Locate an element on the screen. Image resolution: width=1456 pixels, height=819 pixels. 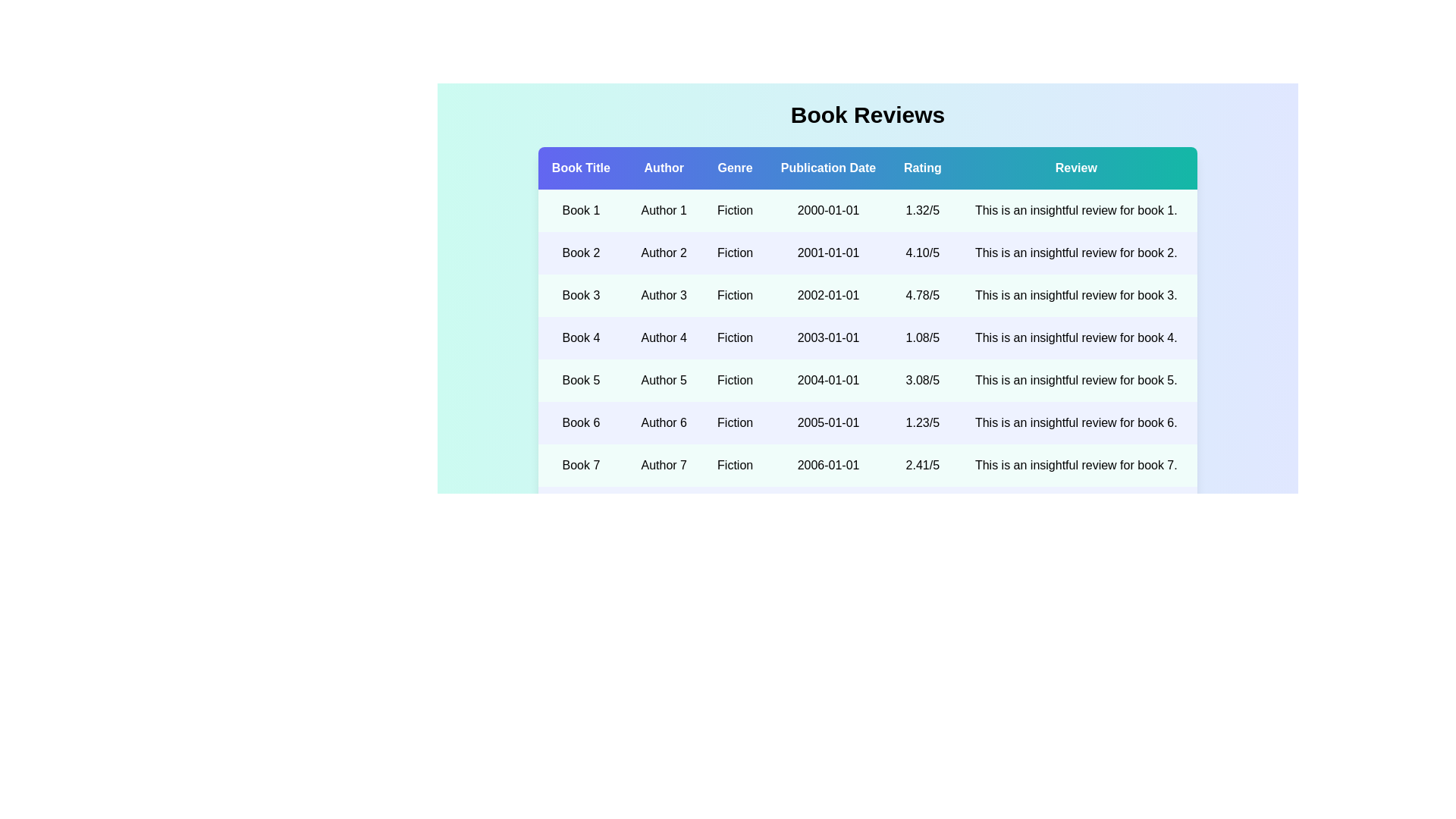
the column header Rating to sort the data by that column is located at coordinates (921, 168).